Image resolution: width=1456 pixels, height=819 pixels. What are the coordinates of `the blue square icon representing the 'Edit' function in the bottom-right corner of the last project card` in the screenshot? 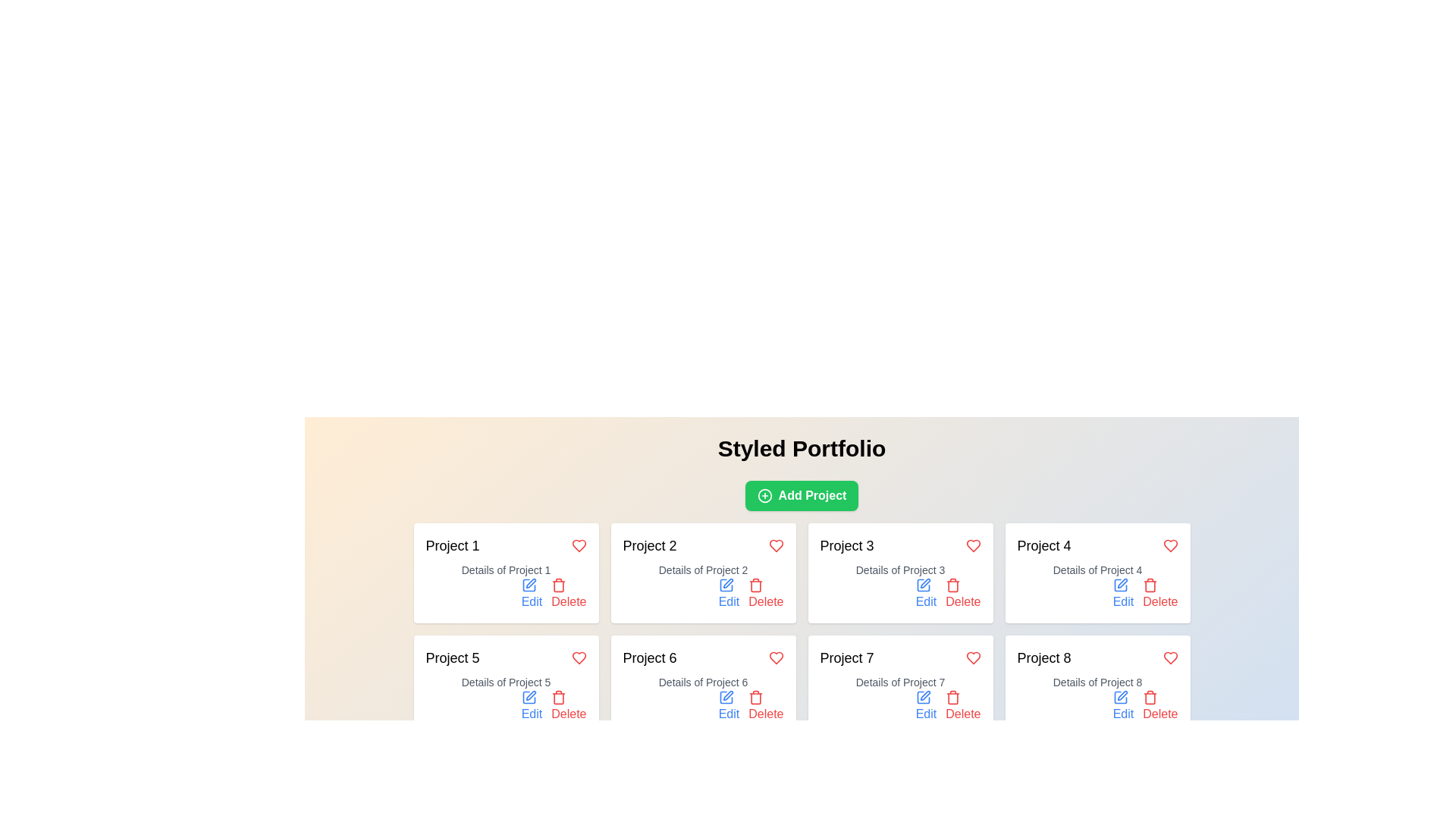 It's located at (1120, 698).